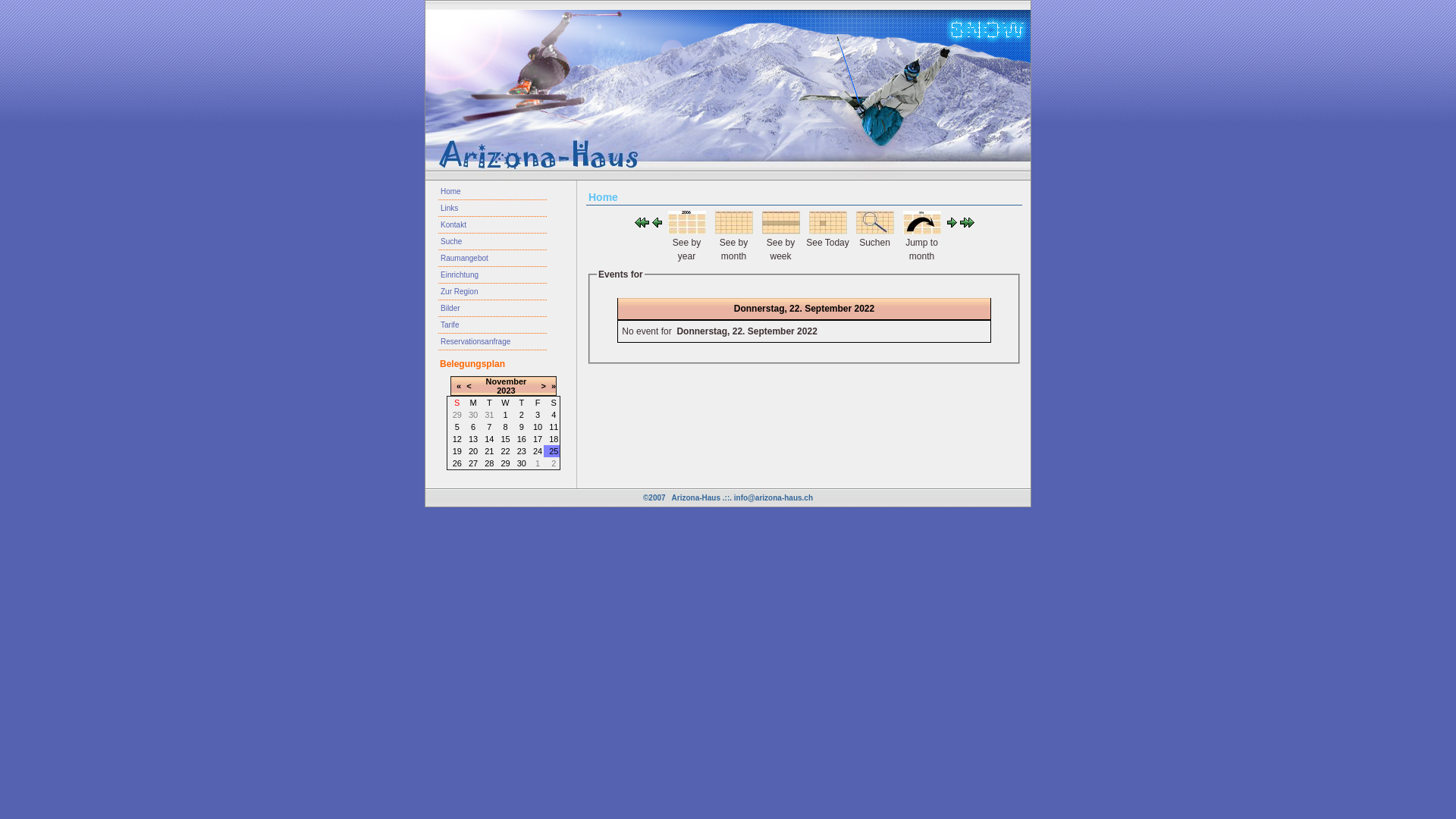  Describe the element at coordinates (492, 241) in the screenshot. I see `'Suche'` at that location.